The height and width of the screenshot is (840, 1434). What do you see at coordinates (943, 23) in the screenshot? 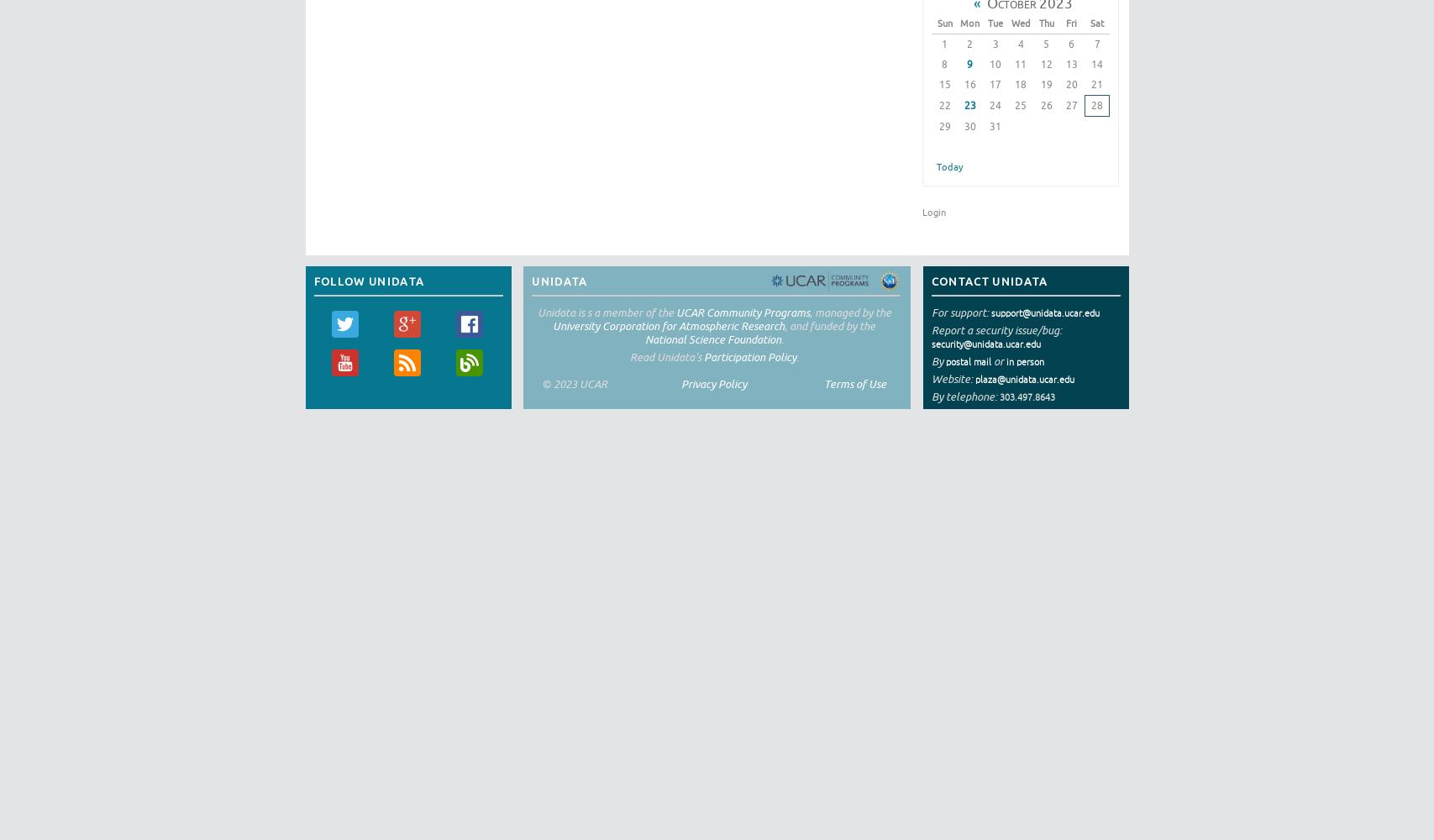
I see `'Sun'` at bounding box center [943, 23].